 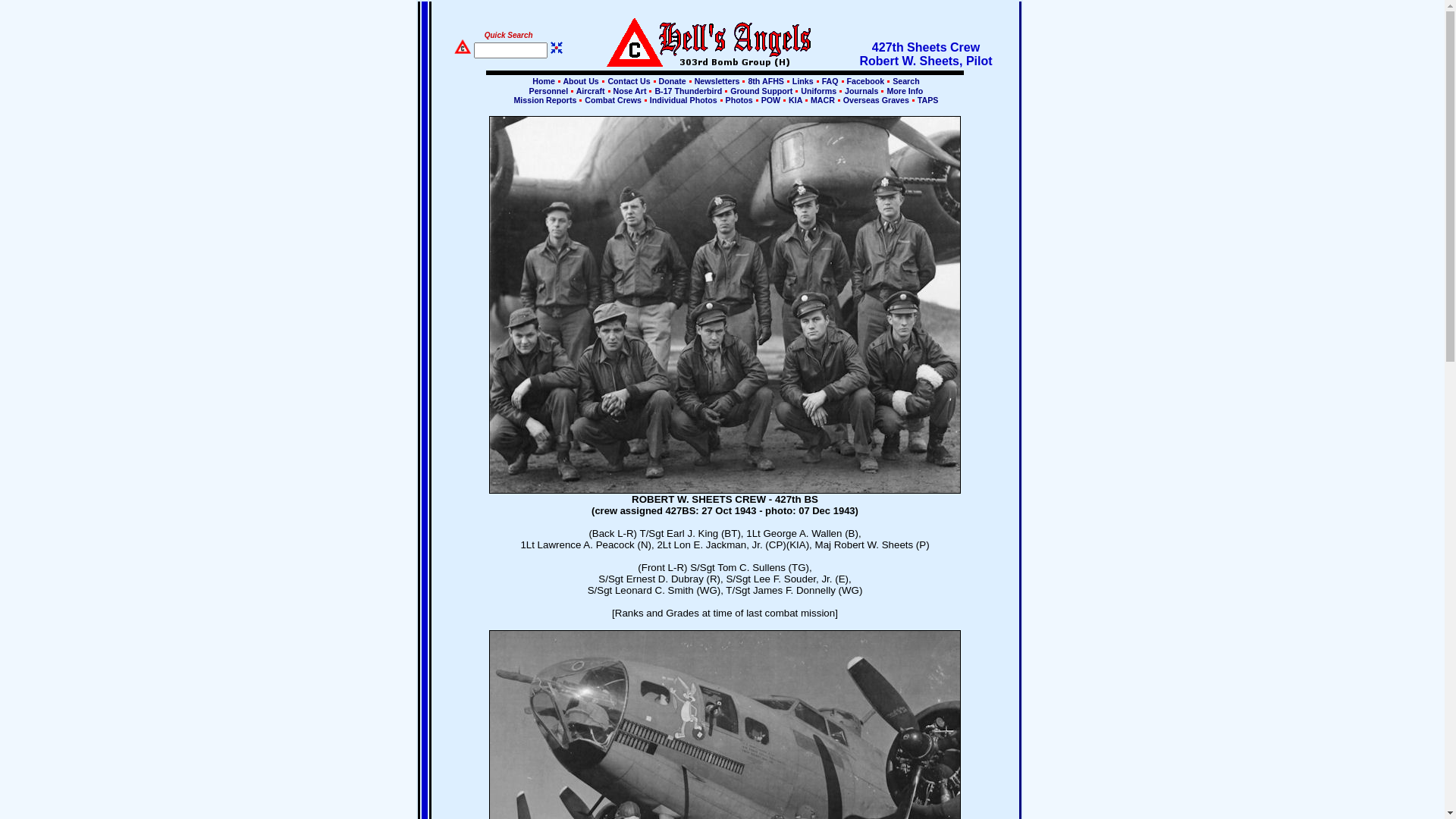 What do you see at coordinates (861, 90) in the screenshot?
I see `'Journals'` at bounding box center [861, 90].